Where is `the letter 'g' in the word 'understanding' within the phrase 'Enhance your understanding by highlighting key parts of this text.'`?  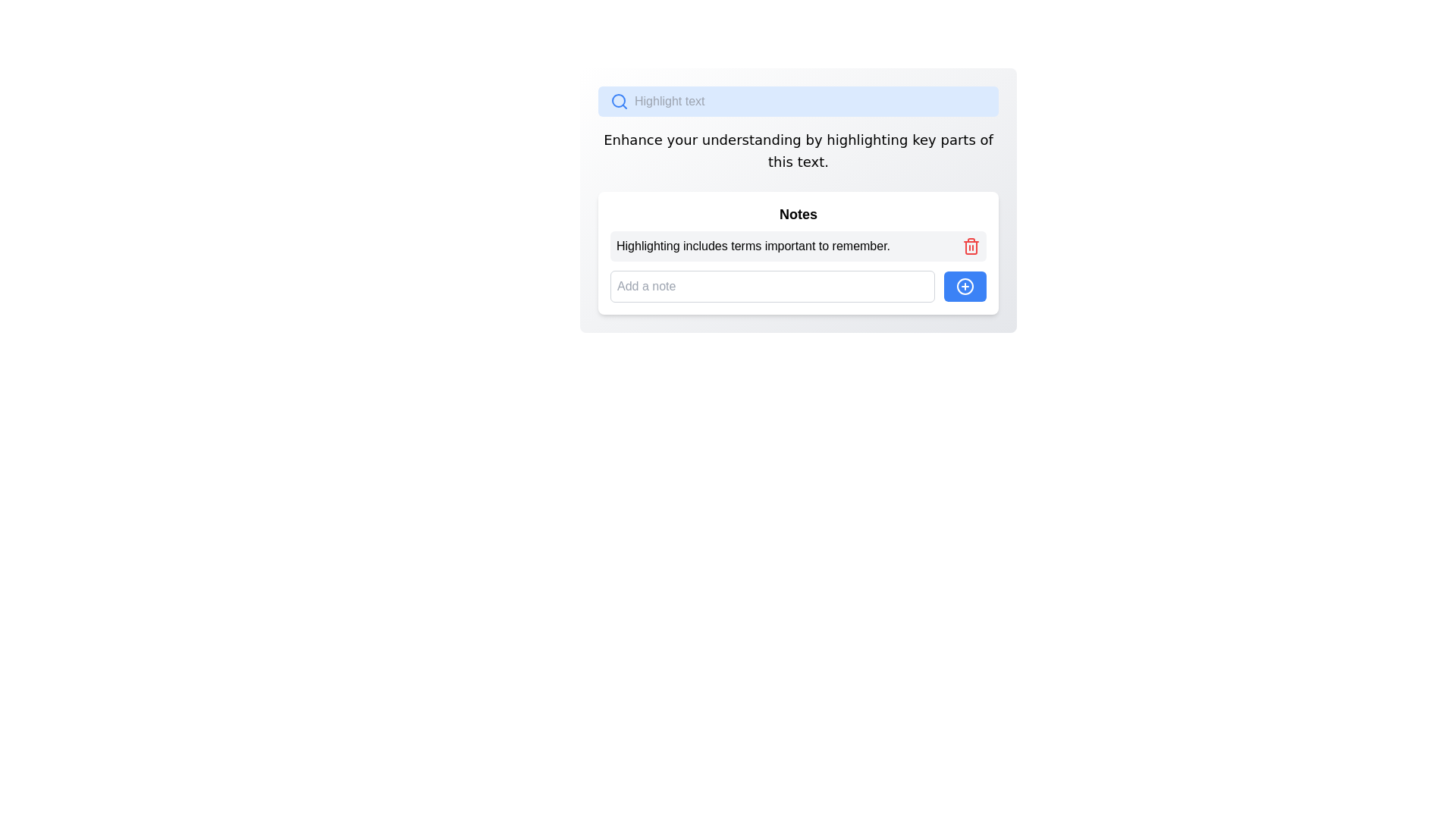
the letter 'g' in the word 'understanding' within the phrase 'Enhance your understanding by highlighting key parts of this text.' is located at coordinates (796, 140).